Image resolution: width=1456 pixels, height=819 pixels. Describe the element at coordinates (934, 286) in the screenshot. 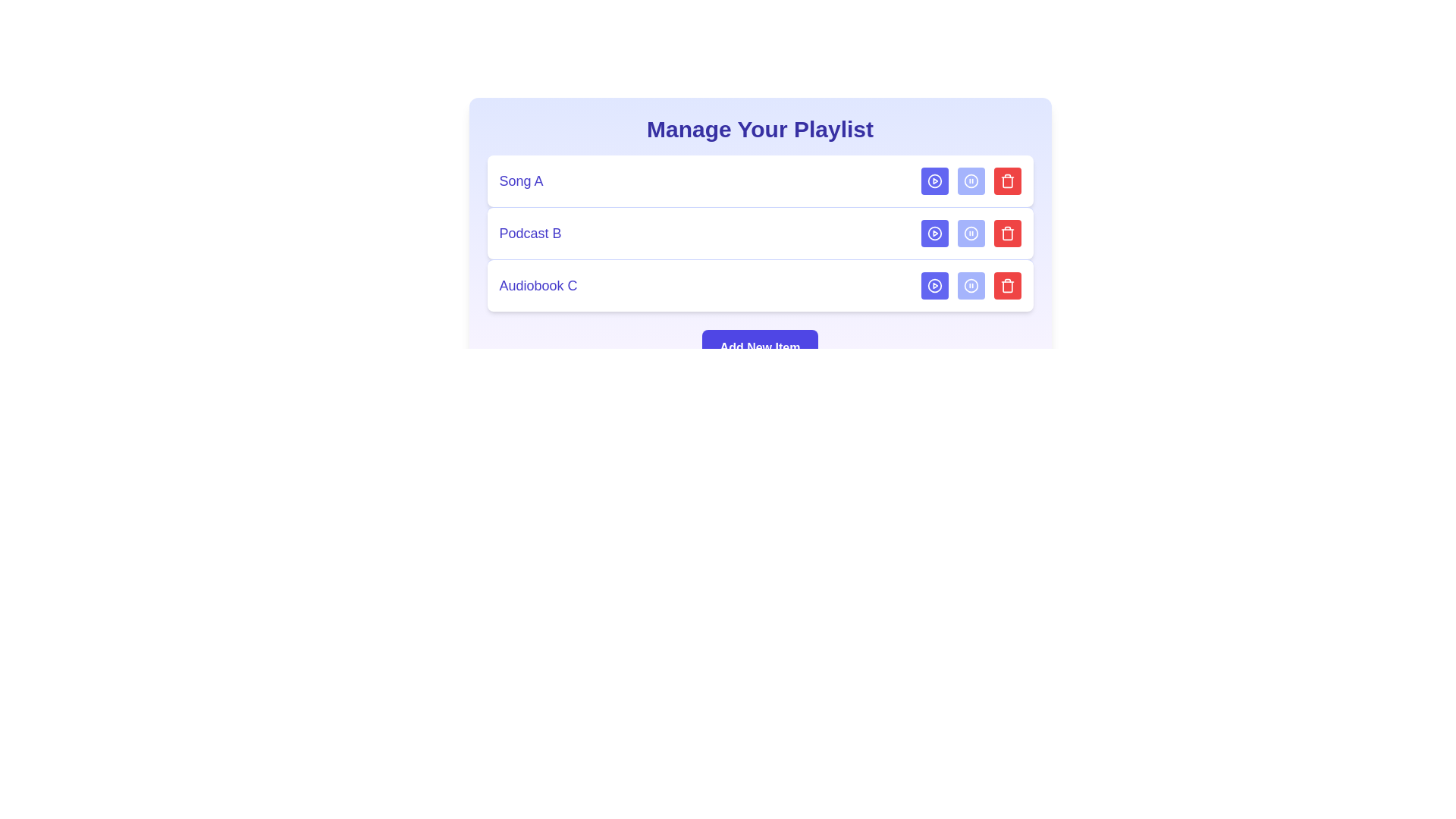

I see `'Play' button for the media item Audiobook C` at that location.